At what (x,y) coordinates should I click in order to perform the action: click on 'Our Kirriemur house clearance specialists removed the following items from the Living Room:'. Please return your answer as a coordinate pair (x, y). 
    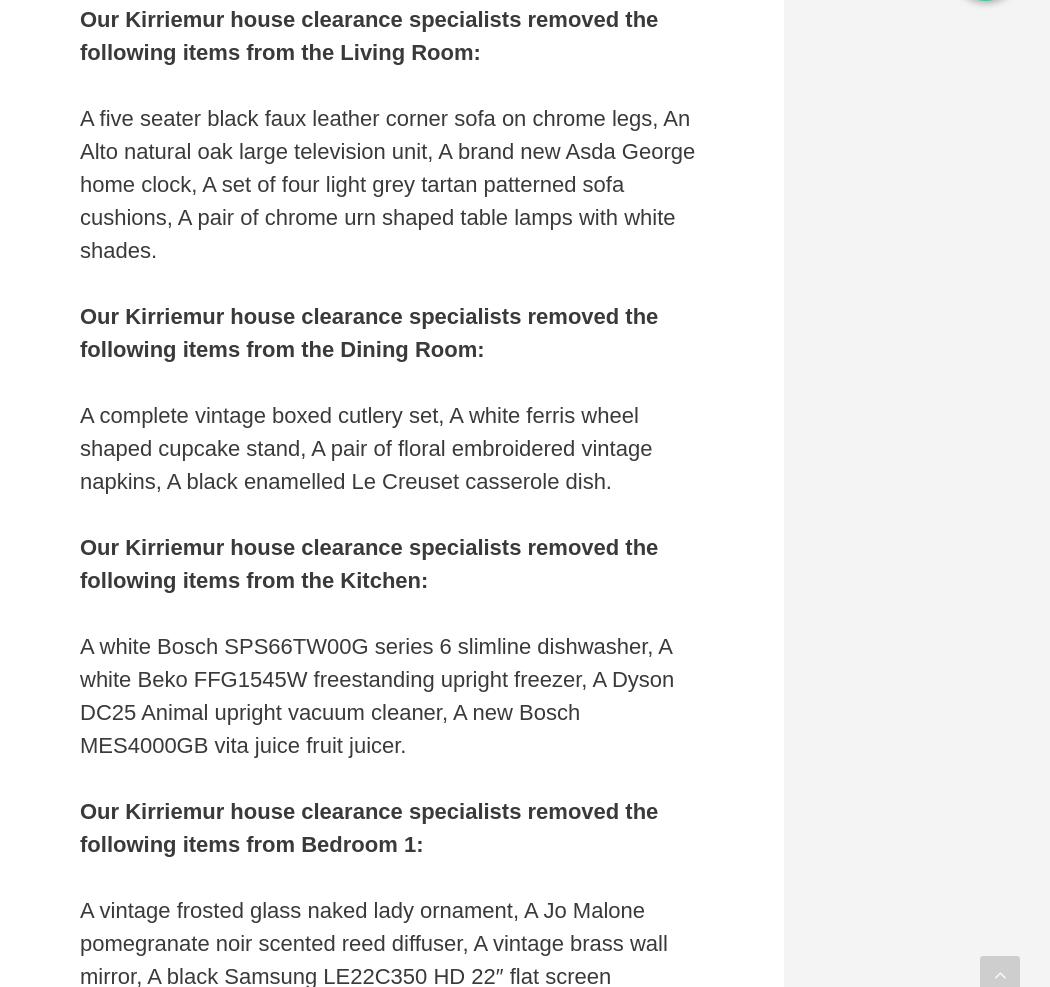
    Looking at the image, I should click on (367, 34).